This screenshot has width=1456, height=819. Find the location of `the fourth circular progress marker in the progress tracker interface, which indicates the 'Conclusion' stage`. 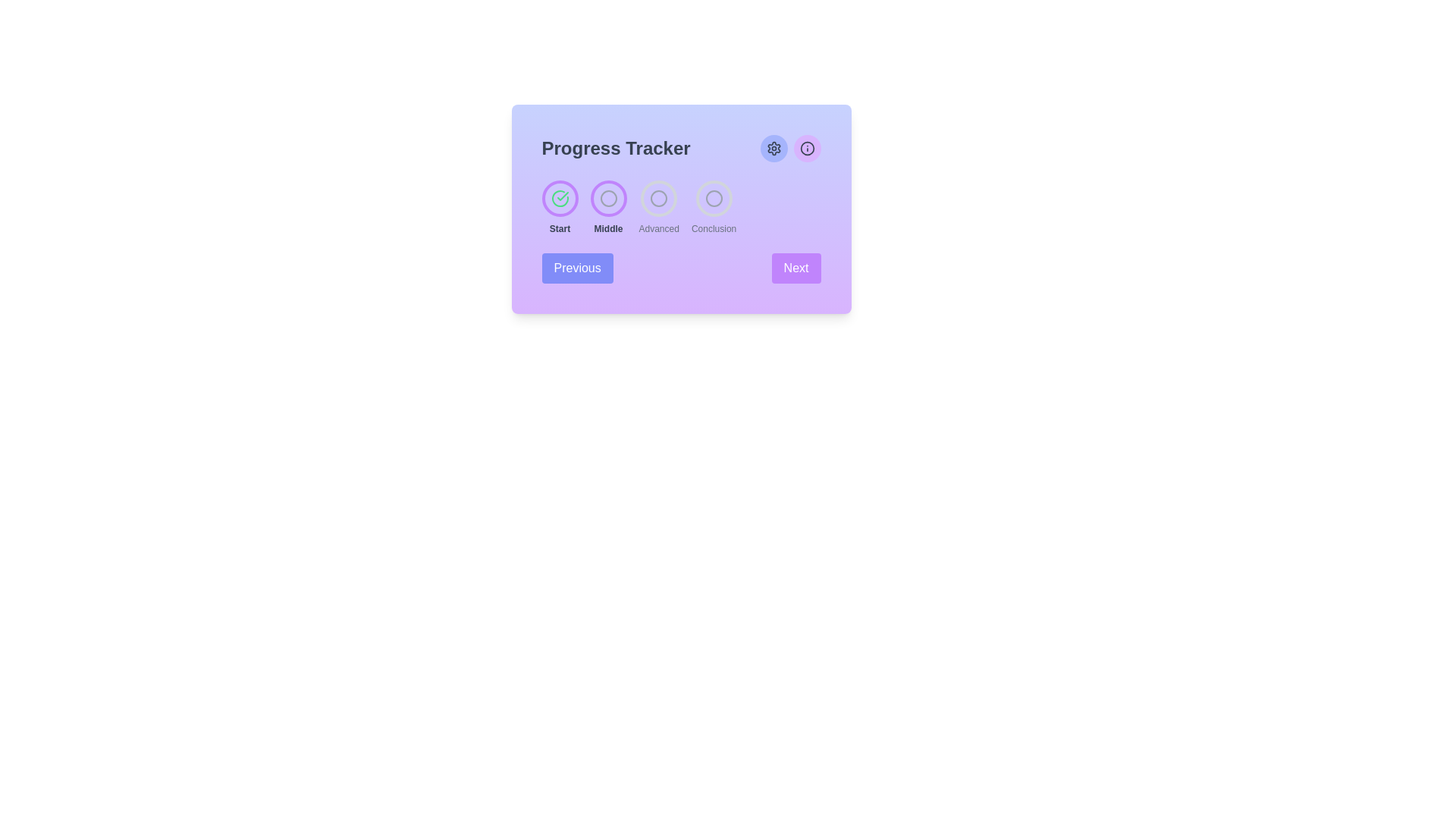

the fourth circular progress marker in the progress tracker interface, which indicates the 'Conclusion' stage is located at coordinates (713, 198).